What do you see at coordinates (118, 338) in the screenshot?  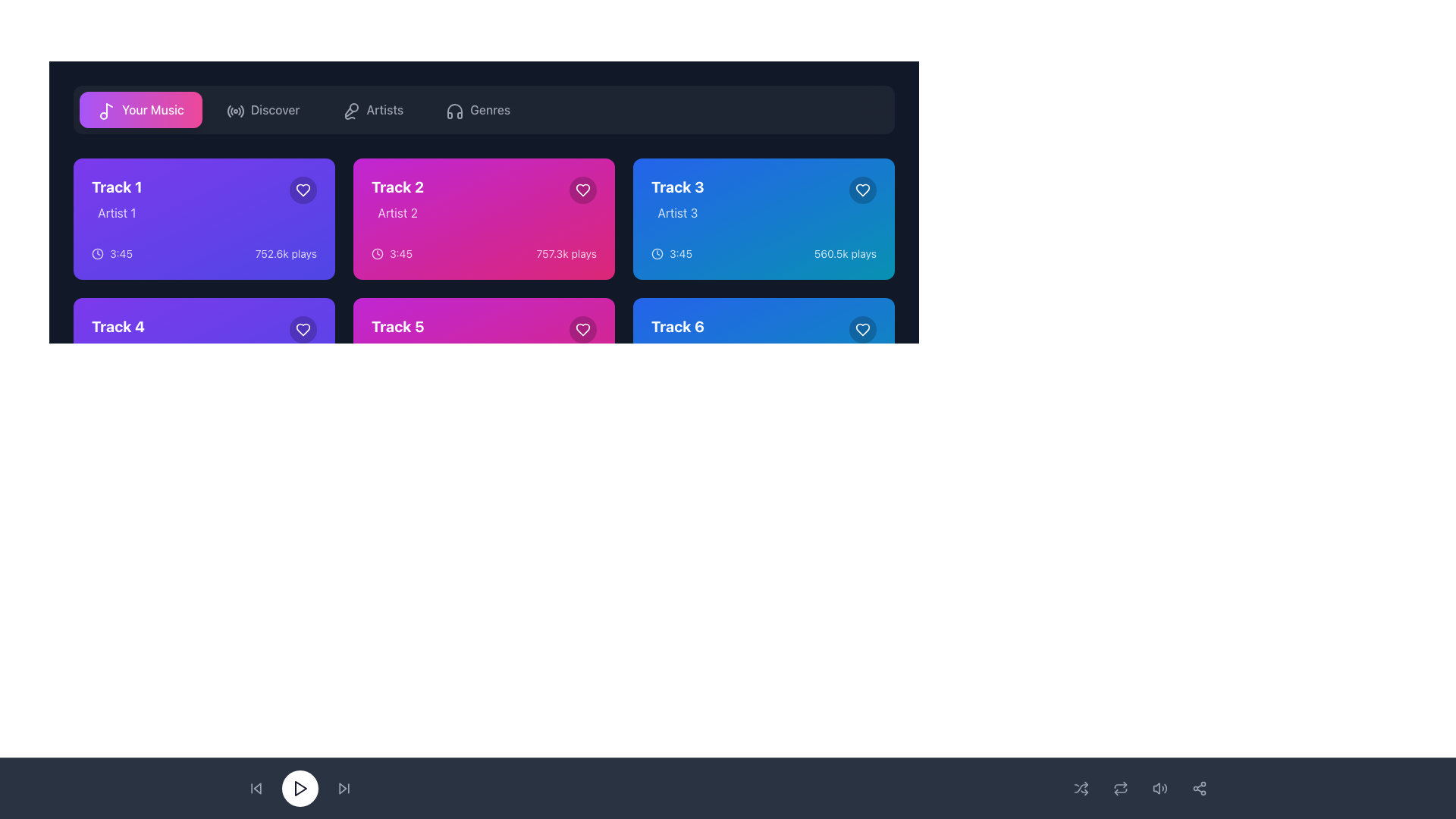 I see `the text label that displays 'Track 4' in bold white text and 'Artist 4' in lighter white color, which is positioned within a purple card design in the bottom-left quadrant of the interface` at bounding box center [118, 338].